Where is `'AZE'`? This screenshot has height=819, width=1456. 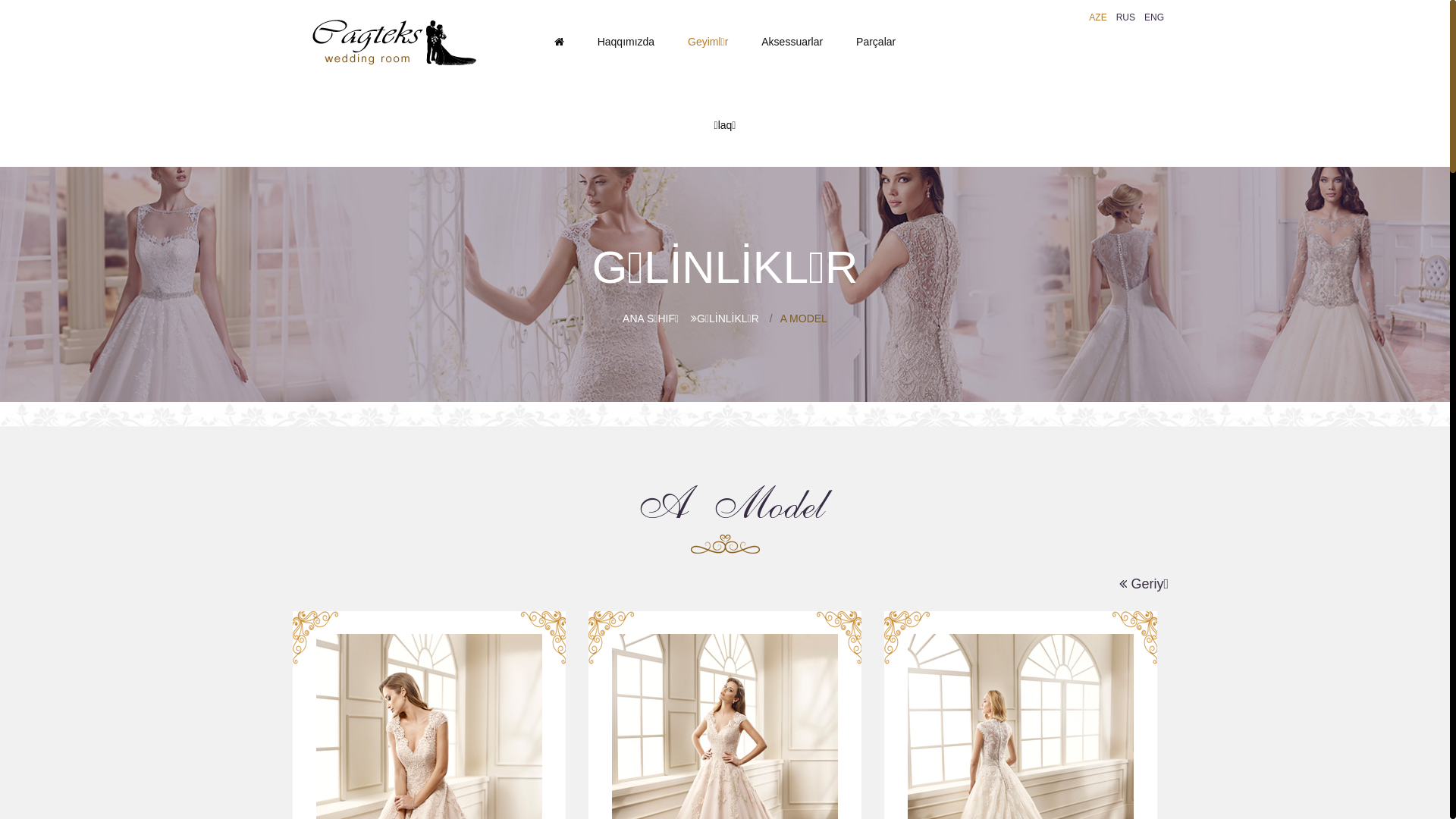 'AZE' is located at coordinates (1097, 17).